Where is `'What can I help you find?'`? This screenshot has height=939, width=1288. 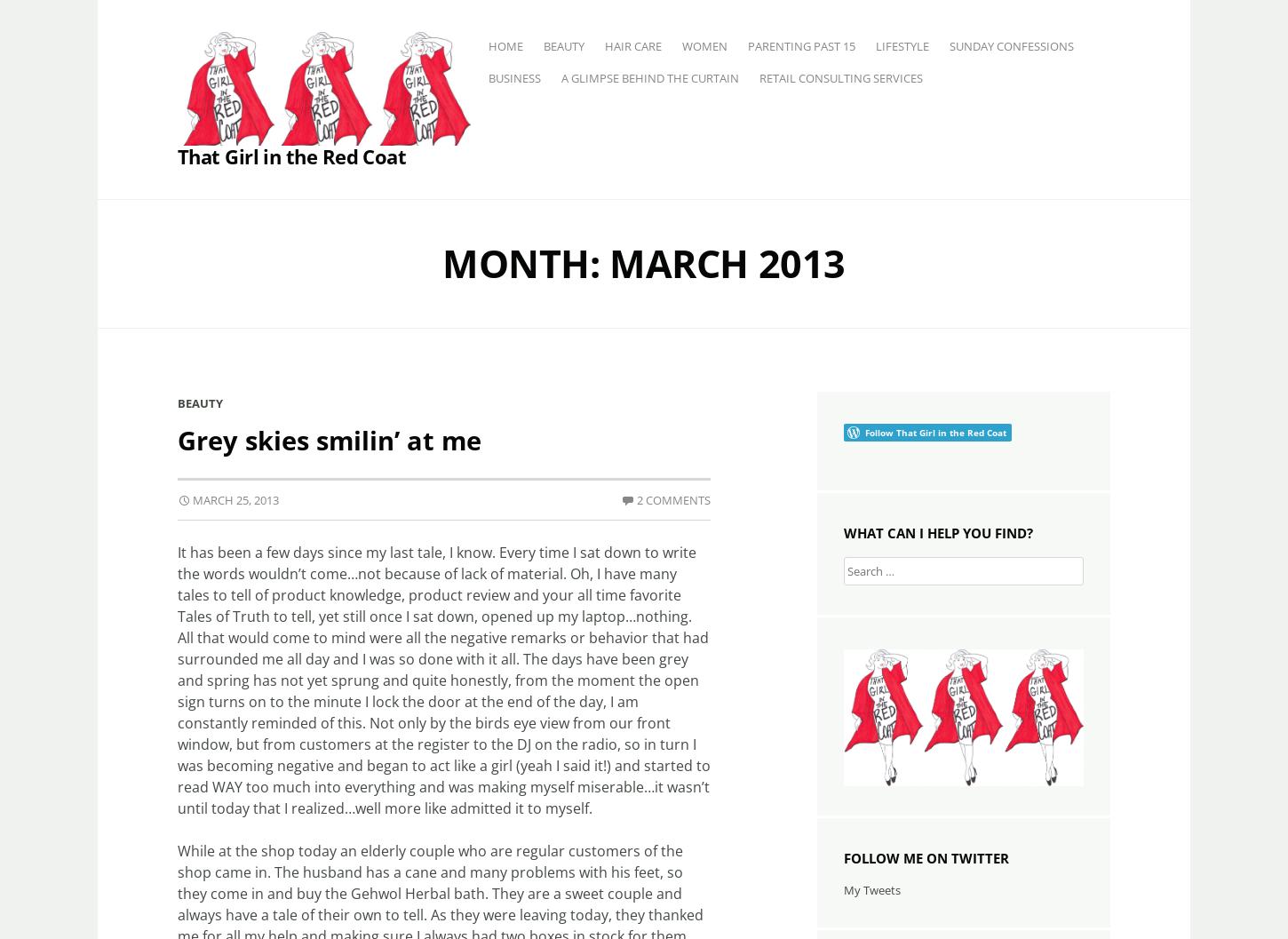
'What can I help you find?' is located at coordinates (938, 531).